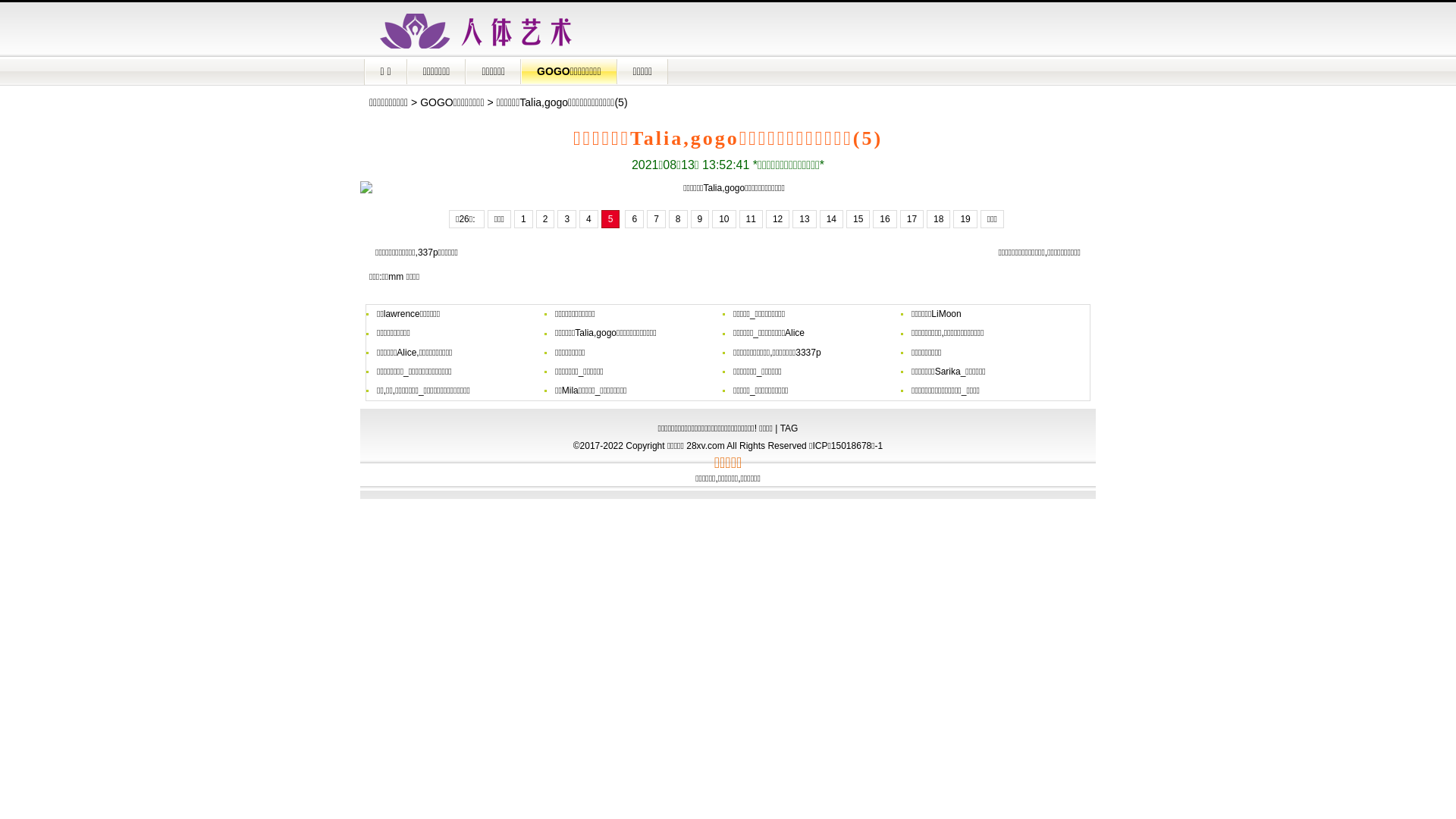 The image size is (1456, 819). What do you see at coordinates (723, 219) in the screenshot?
I see `'10'` at bounding box center [723, 219].